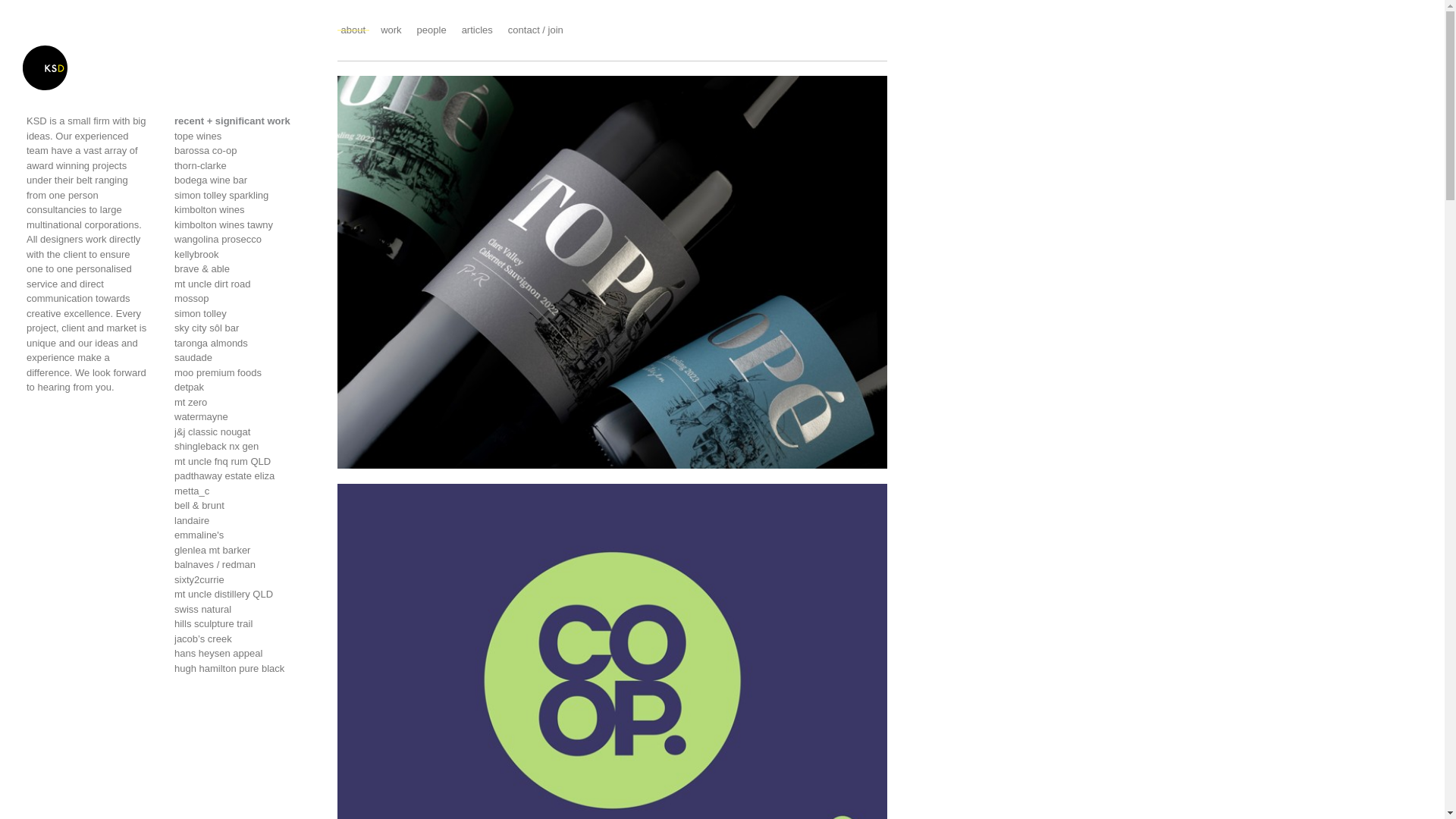  I want to click on 'moo premium foods', so click(243, 373).